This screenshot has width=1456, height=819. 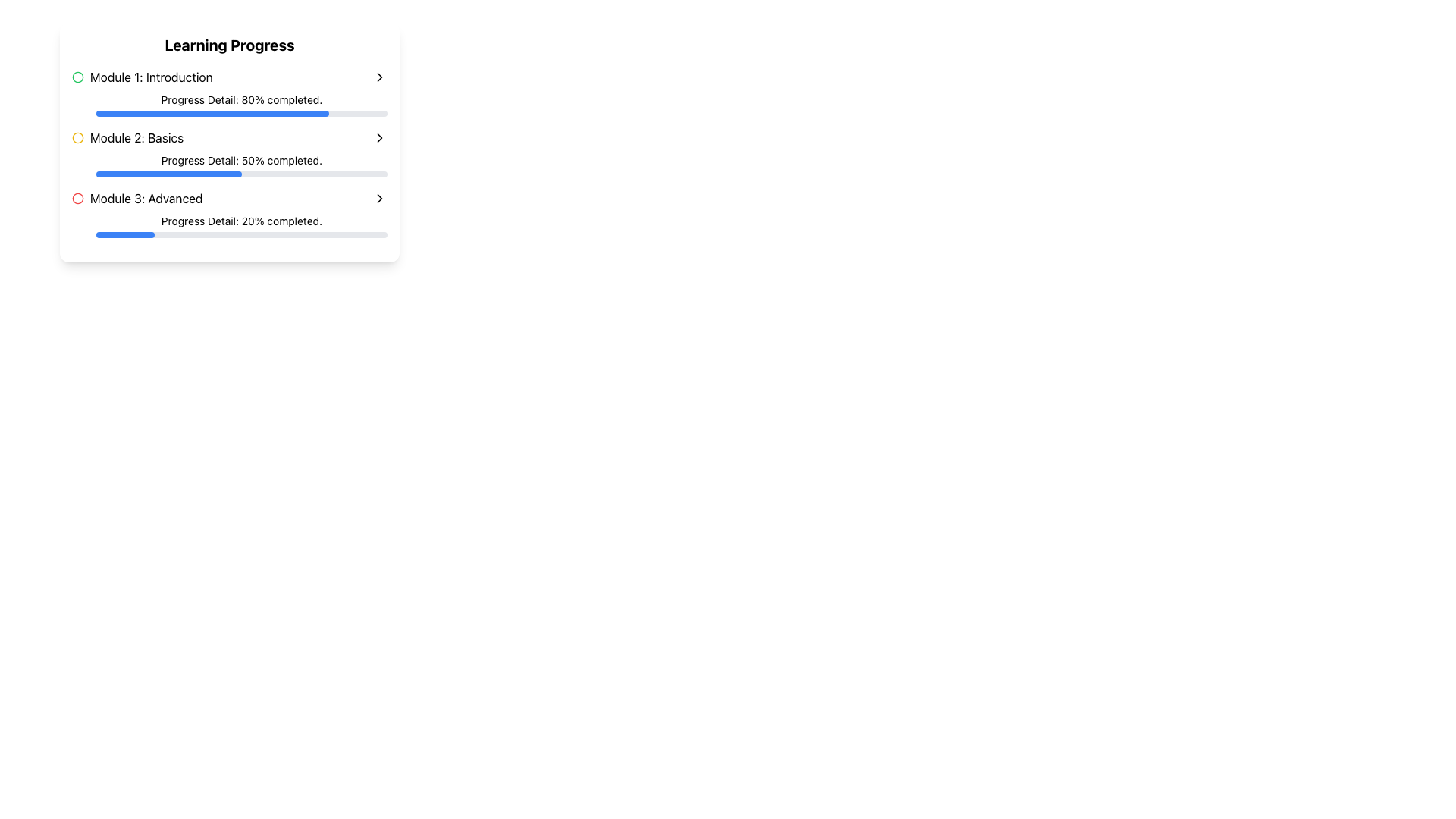 I want to click on the circular icon with a yellow border that serves as a visual indicator for 'Module 2: Basics', located to the left of its associated text label, so click(x=77, y=137).